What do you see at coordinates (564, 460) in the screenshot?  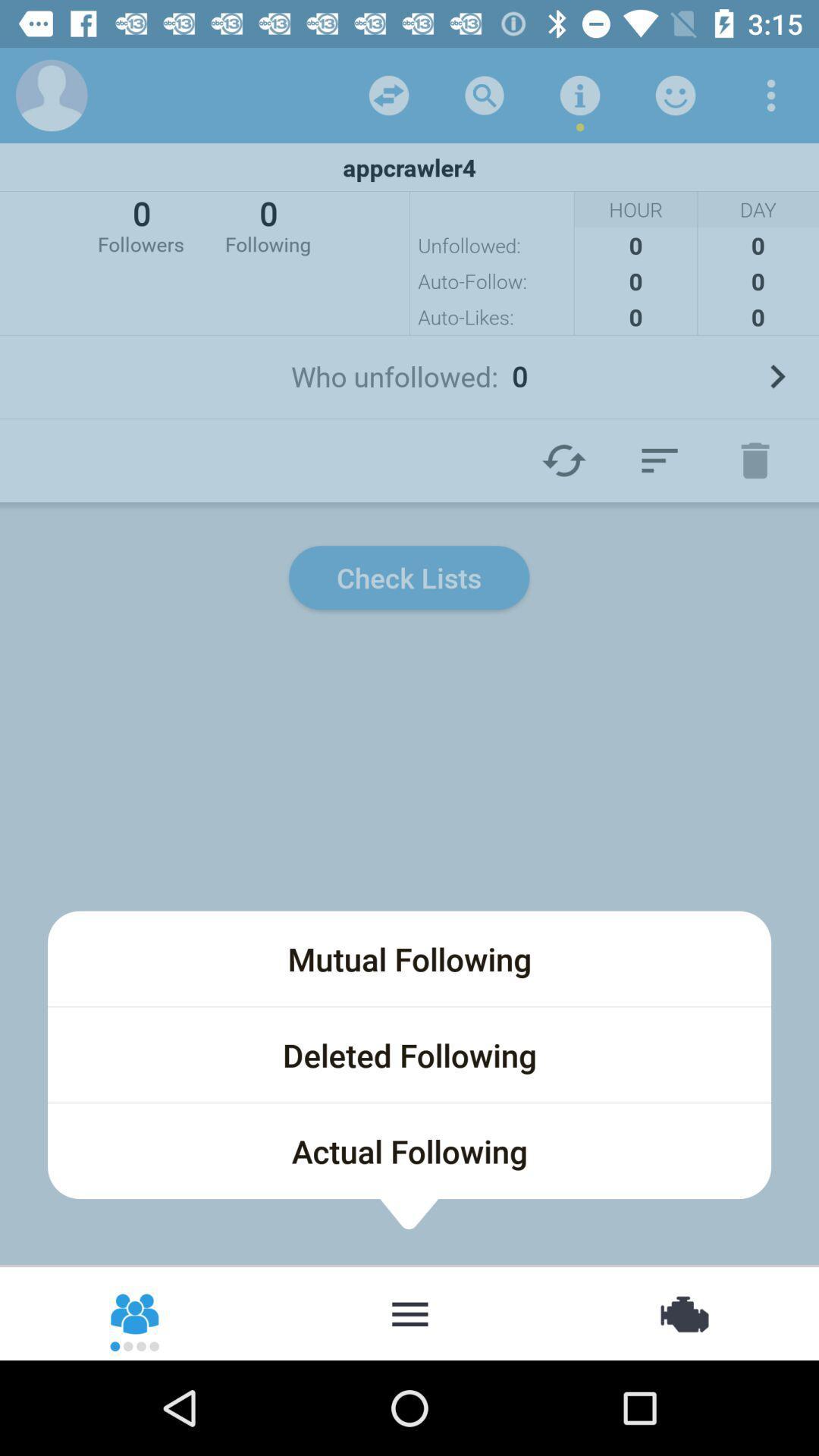 I see `reload page` at bounding box center [564, 460].